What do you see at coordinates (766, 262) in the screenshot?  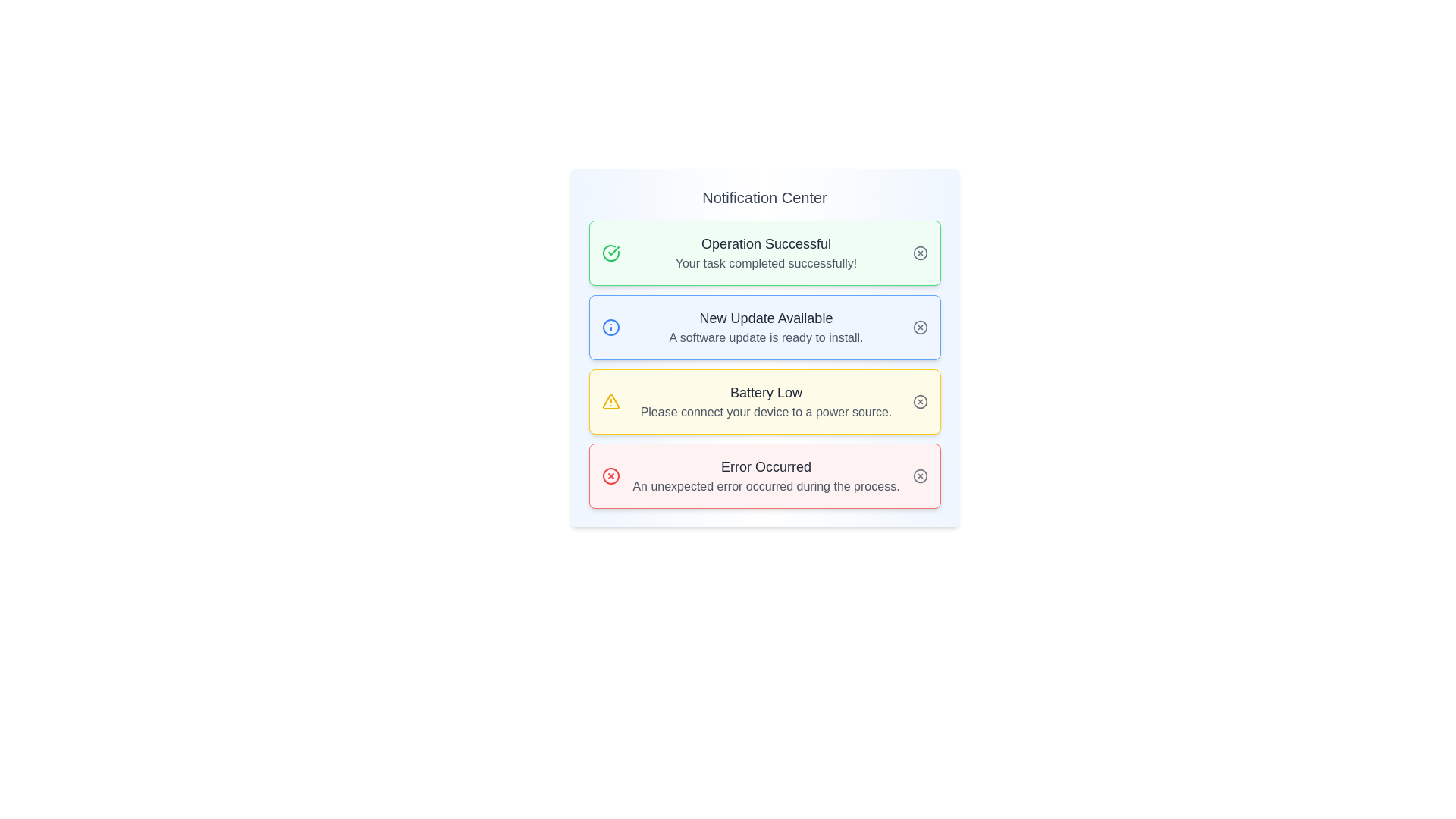 I see `the text label that reads 'Your task completed successfully!' which is located below the header 'Operation Successful' in a light green notification box` at bounding box center [766, 262].